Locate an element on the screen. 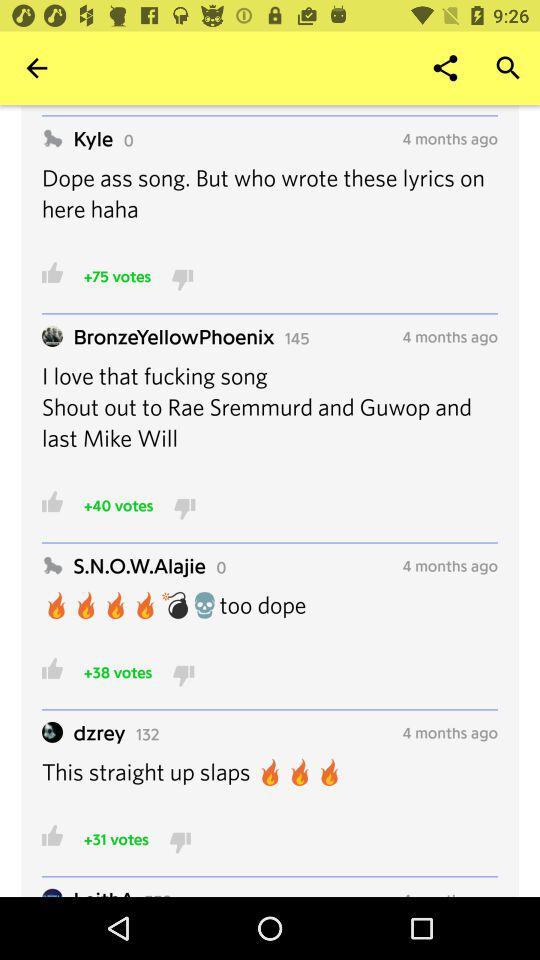  +40 votes item is located at coordinates (118, 504).